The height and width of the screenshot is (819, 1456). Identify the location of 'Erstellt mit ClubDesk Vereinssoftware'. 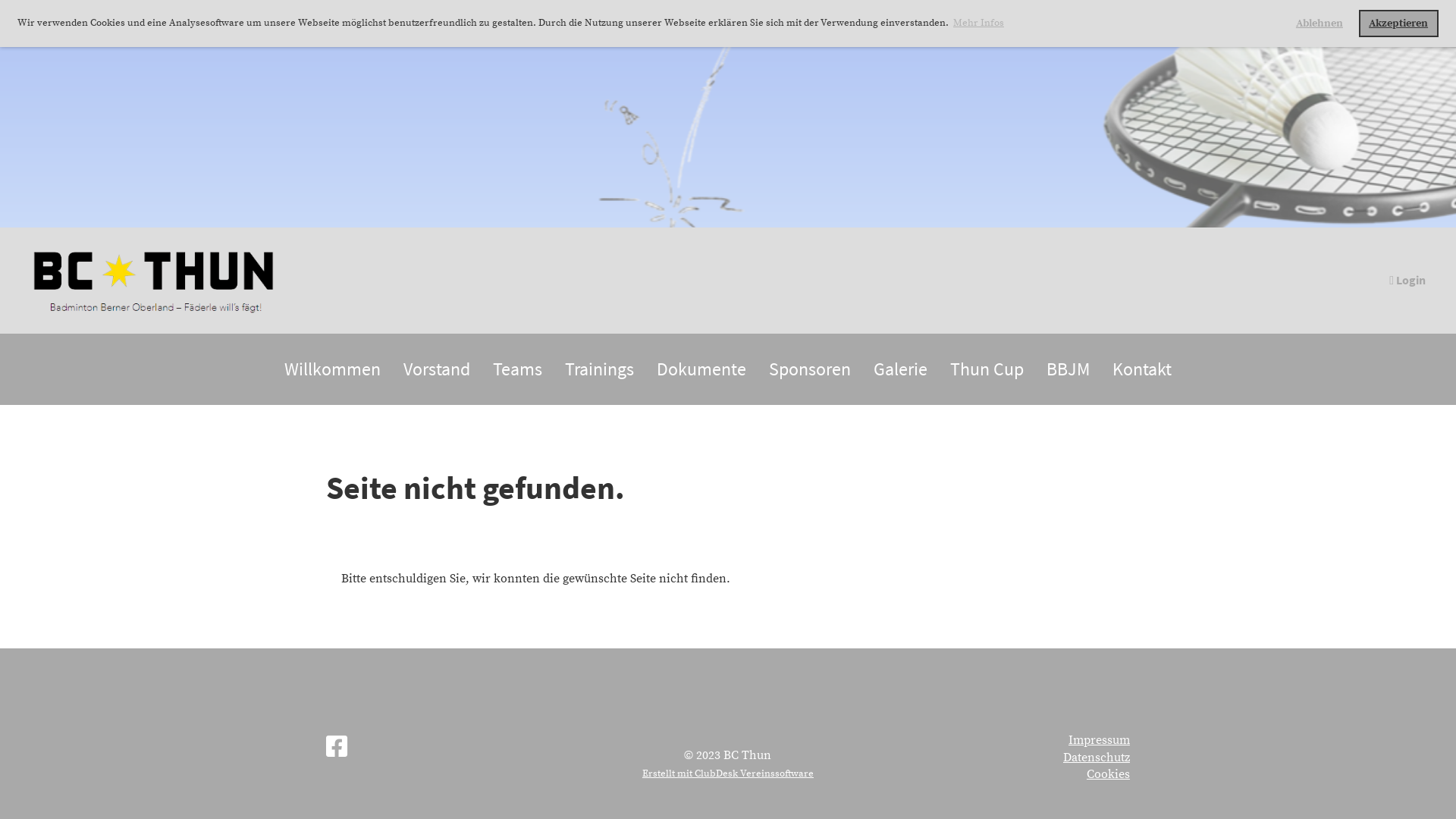
(728, 773).